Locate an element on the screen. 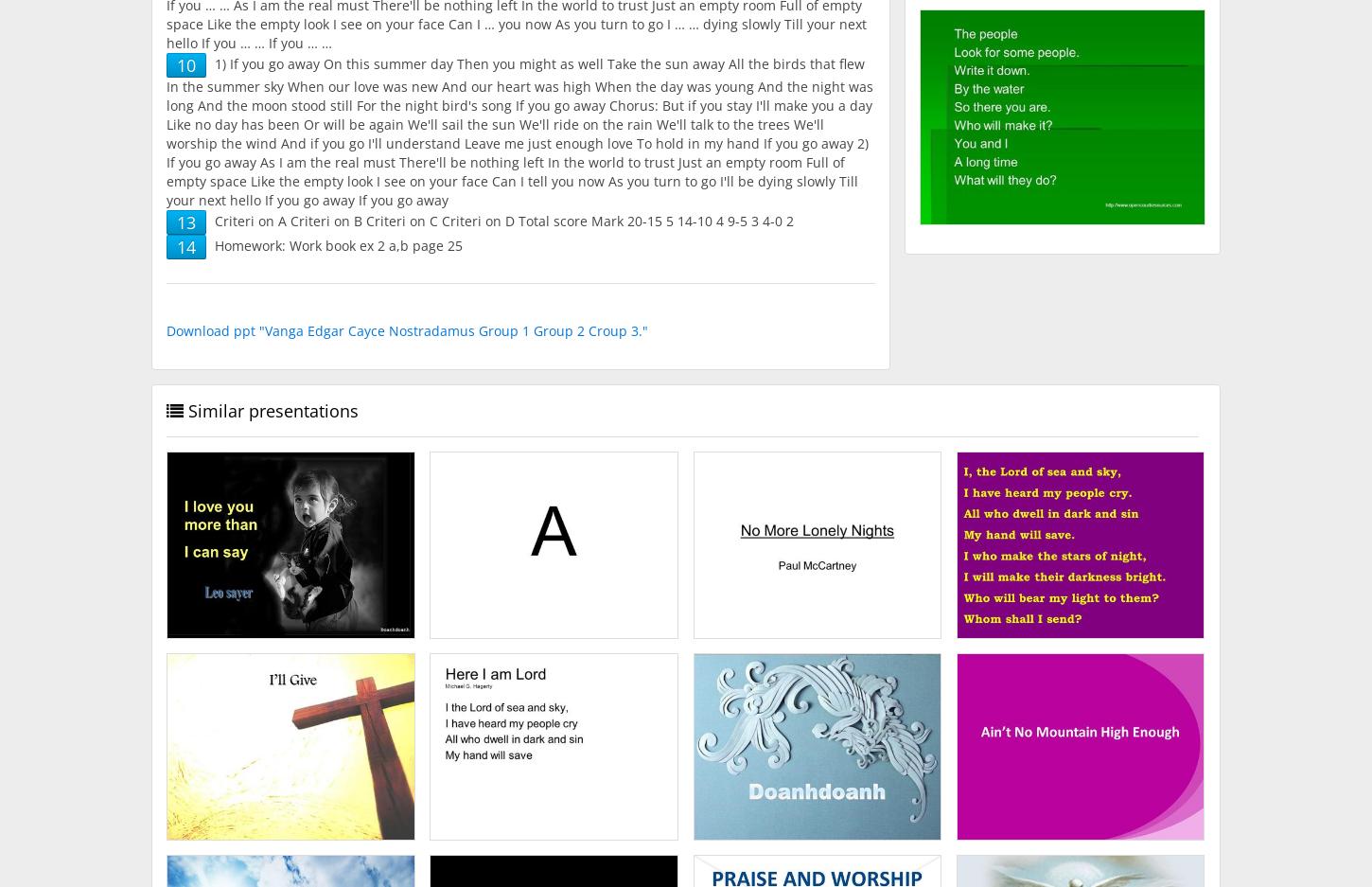 This screenshot has height=887, width=1372. 'A.' is located at coordinates (554, 547).